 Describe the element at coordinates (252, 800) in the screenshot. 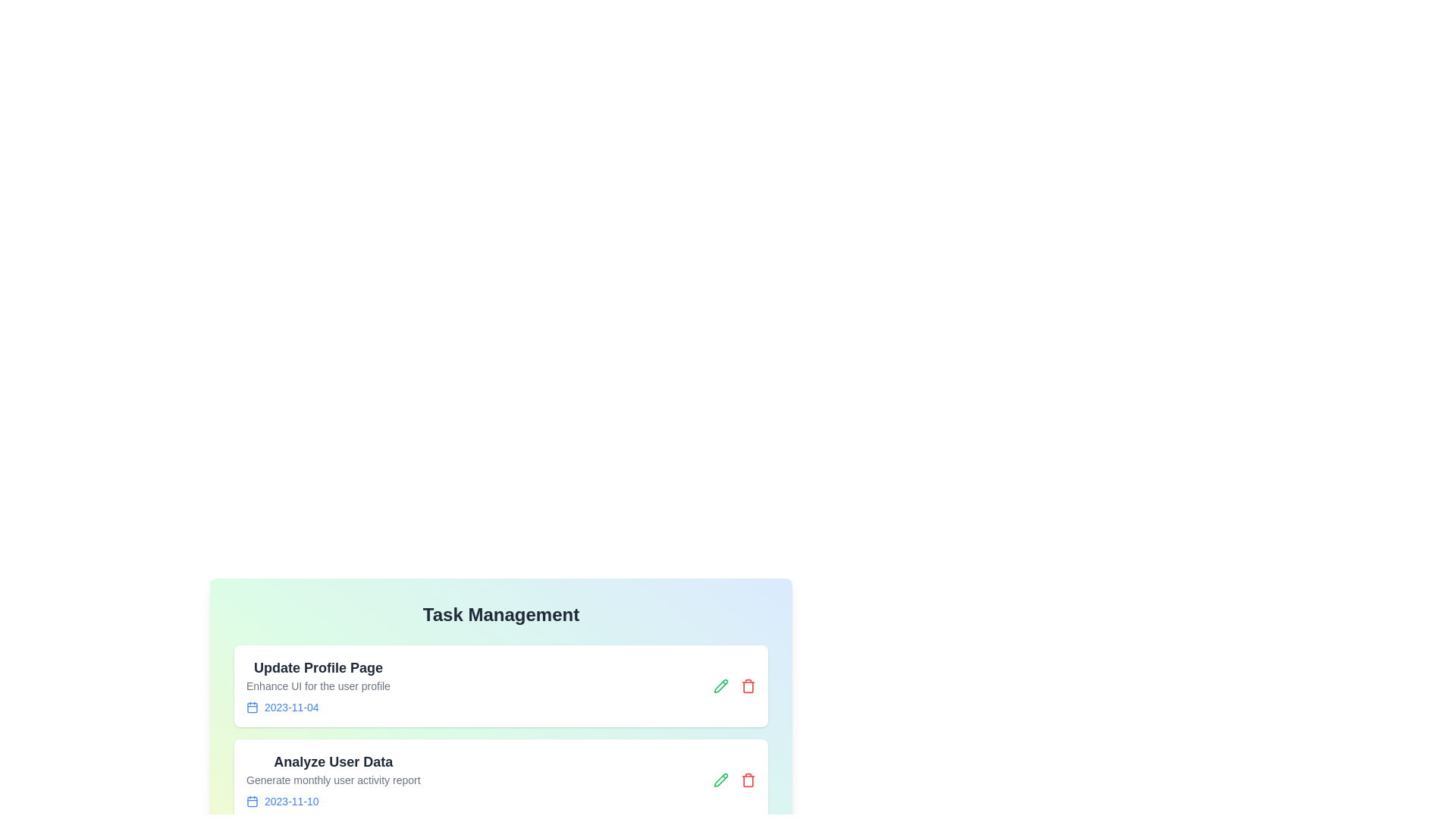

I see `the calendar icon for the task titled 'Analyze User Data'` at that location.